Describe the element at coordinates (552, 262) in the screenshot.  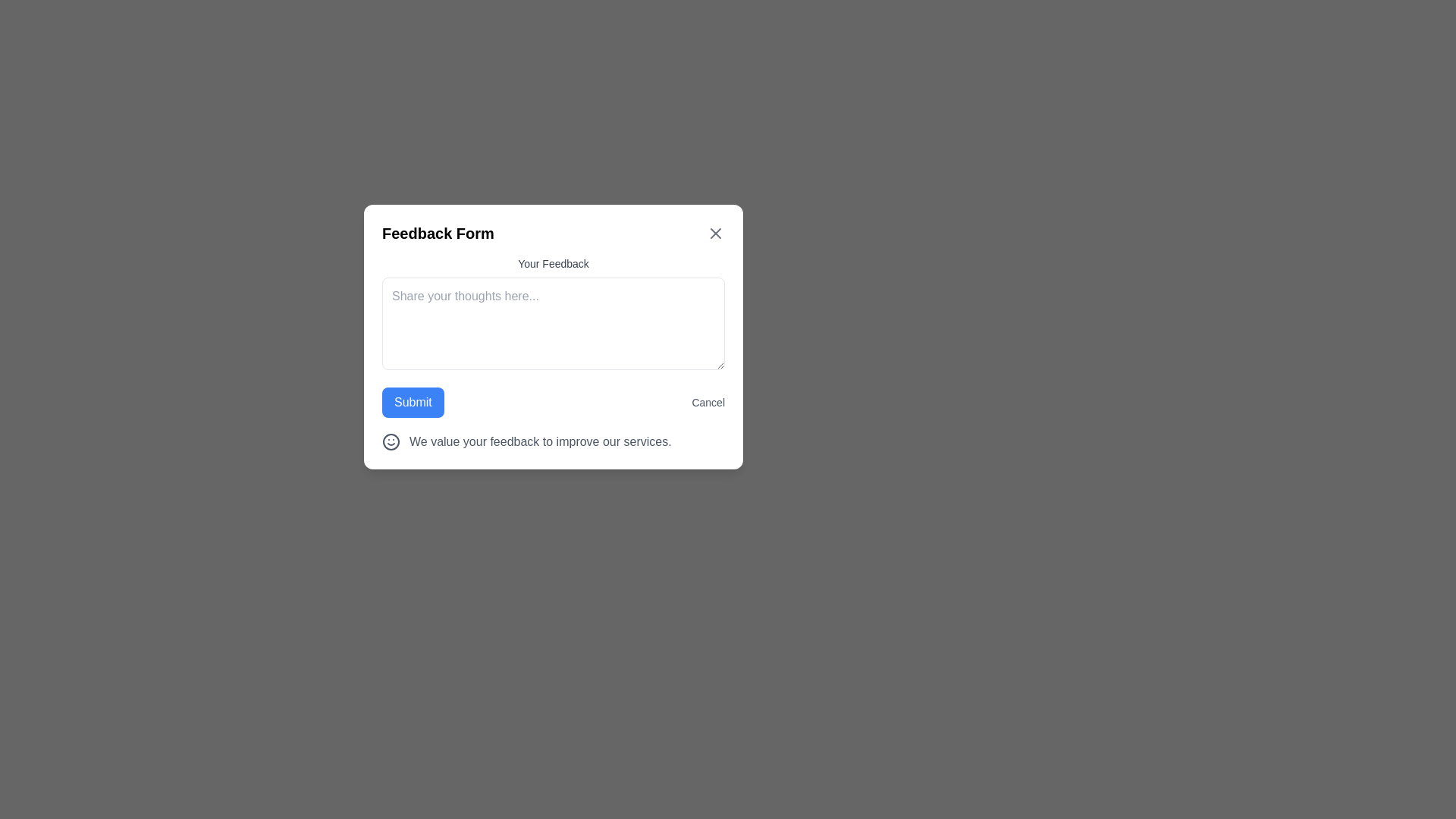
I see `the 'Your Feedback' text label, which is displayed in a small, gray font within a white modal dialog box, serving as the header for the feedback text input area below it` at that location.